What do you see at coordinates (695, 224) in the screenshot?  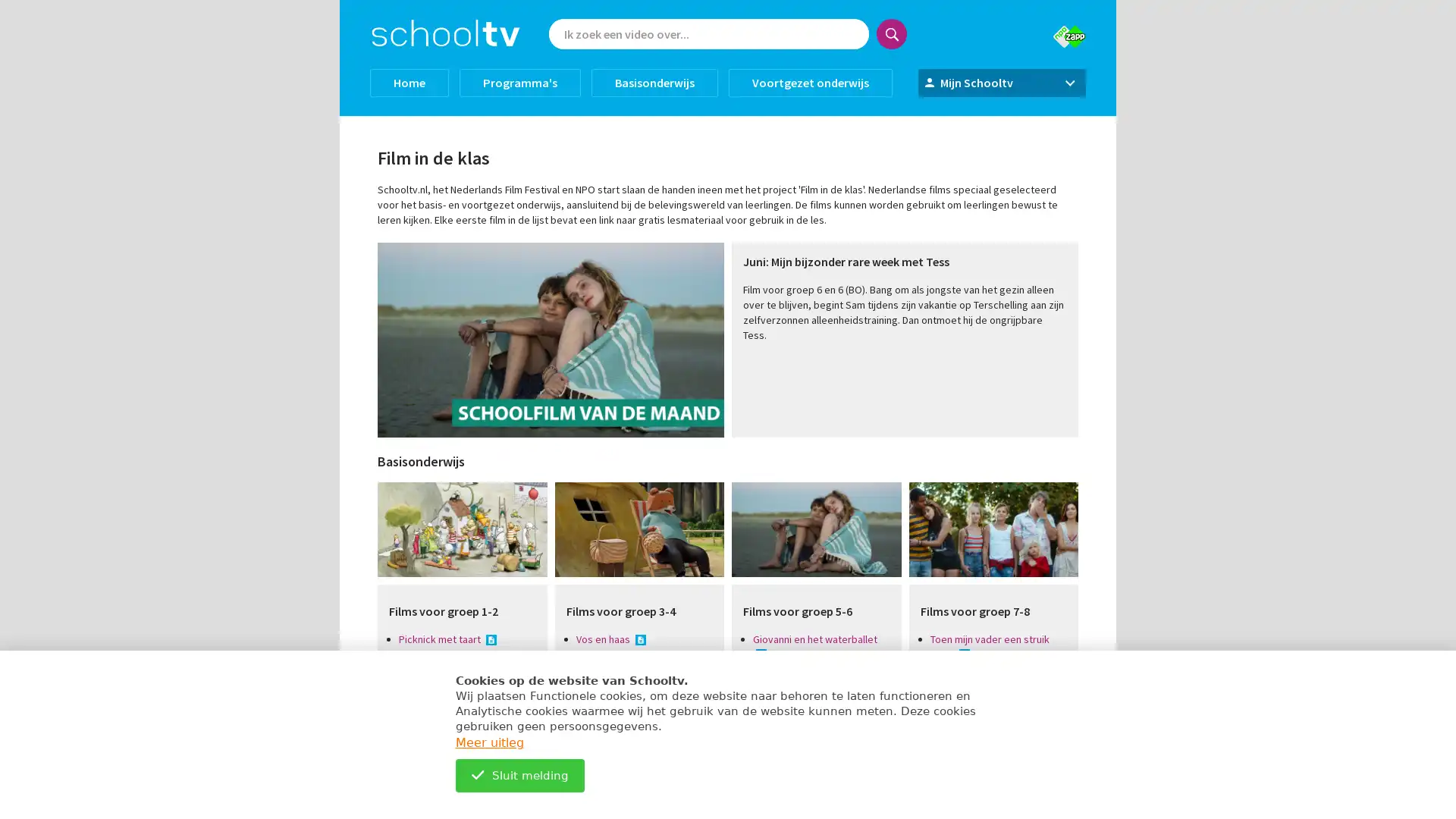 I see `Nee` at bounding box center [695, 224].